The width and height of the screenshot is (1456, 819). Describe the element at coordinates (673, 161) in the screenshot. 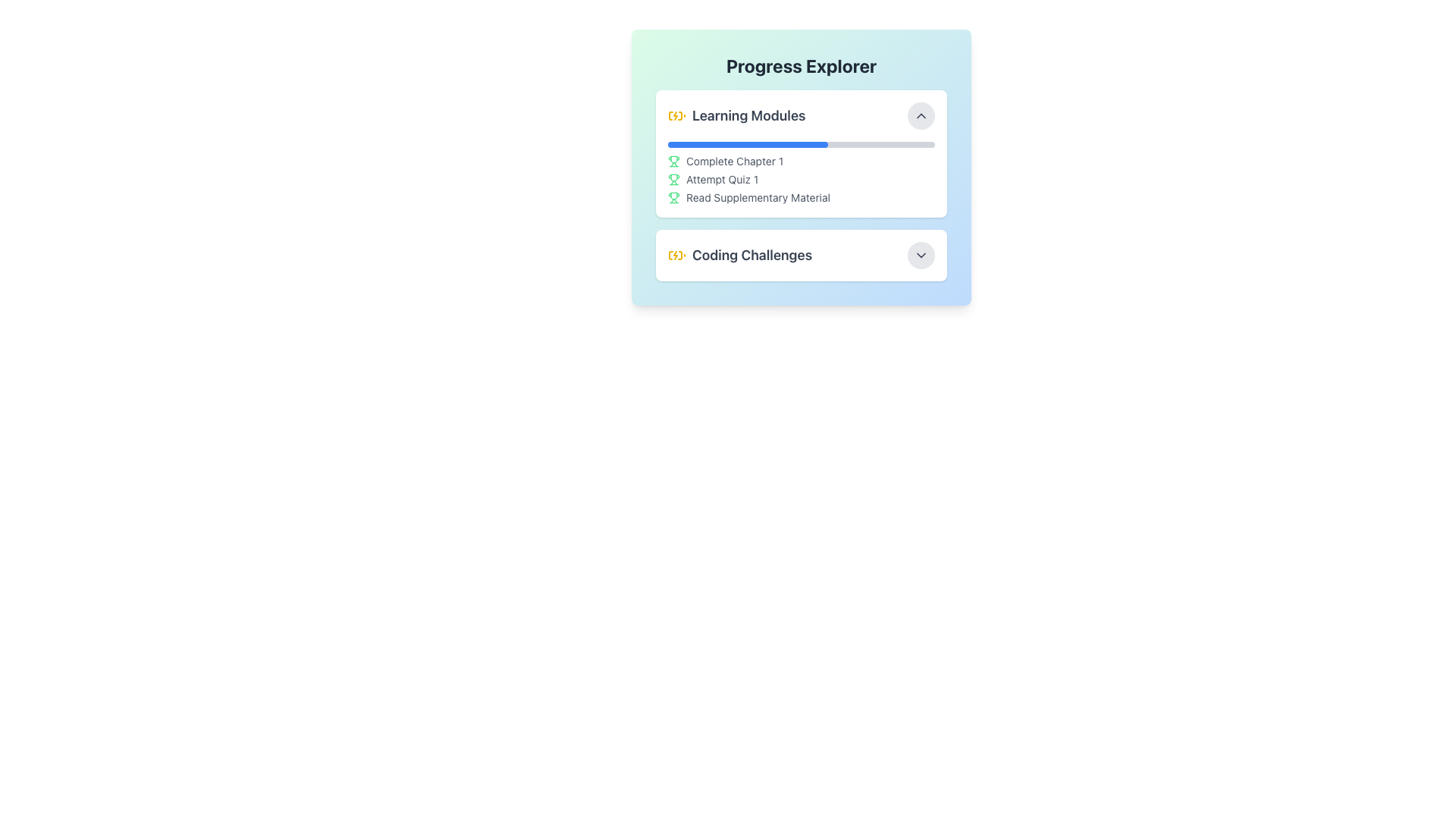

I see `the icon that represents the completed task 'Complete Chapter 1', located to the left of the text within the 'Learning Modules' section` at that location.